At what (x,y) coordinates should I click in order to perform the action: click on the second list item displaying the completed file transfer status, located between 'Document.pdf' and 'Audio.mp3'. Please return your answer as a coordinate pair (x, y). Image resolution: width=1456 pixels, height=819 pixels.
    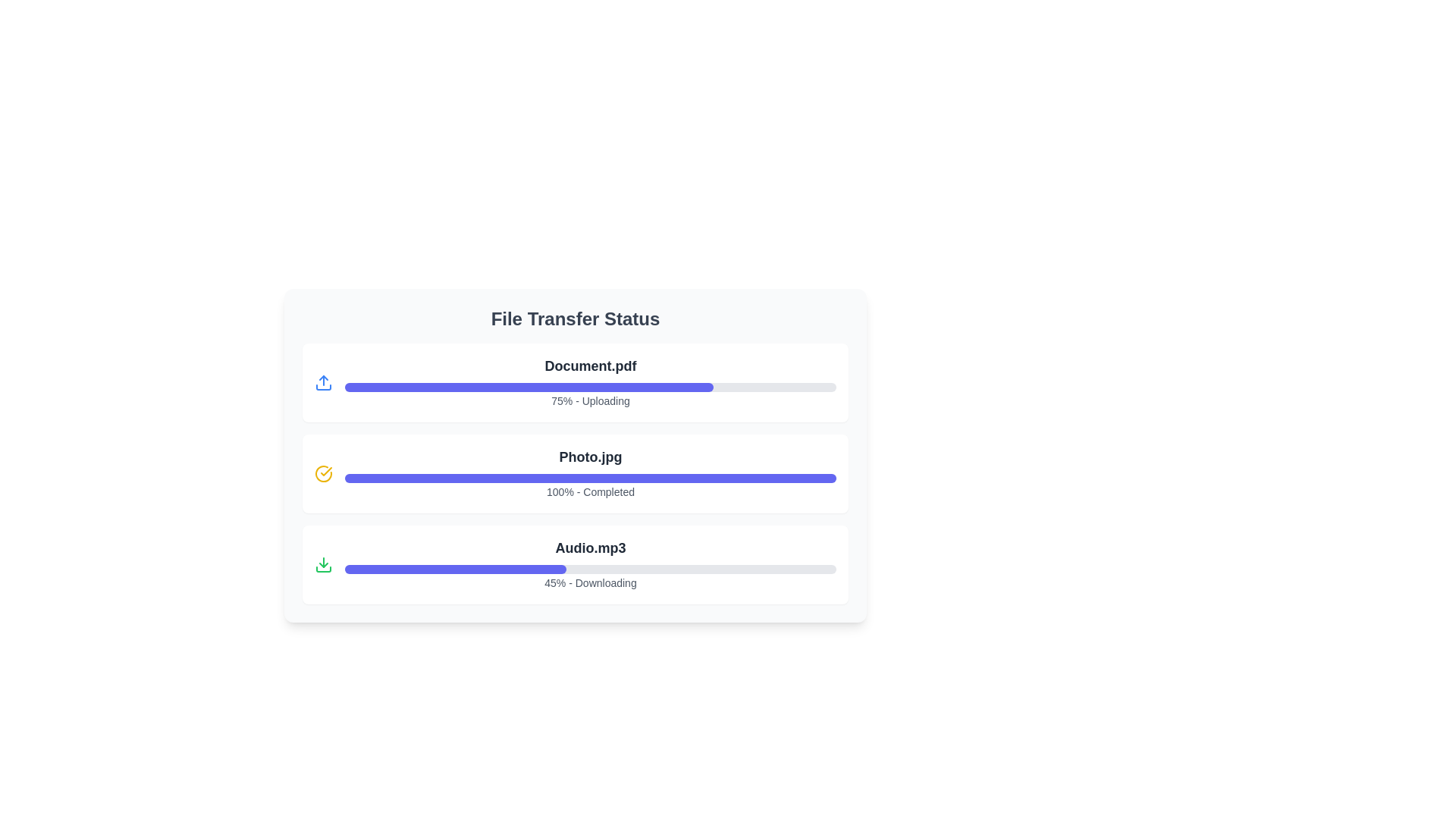
    Looking at the image, I should click on (574, 472).